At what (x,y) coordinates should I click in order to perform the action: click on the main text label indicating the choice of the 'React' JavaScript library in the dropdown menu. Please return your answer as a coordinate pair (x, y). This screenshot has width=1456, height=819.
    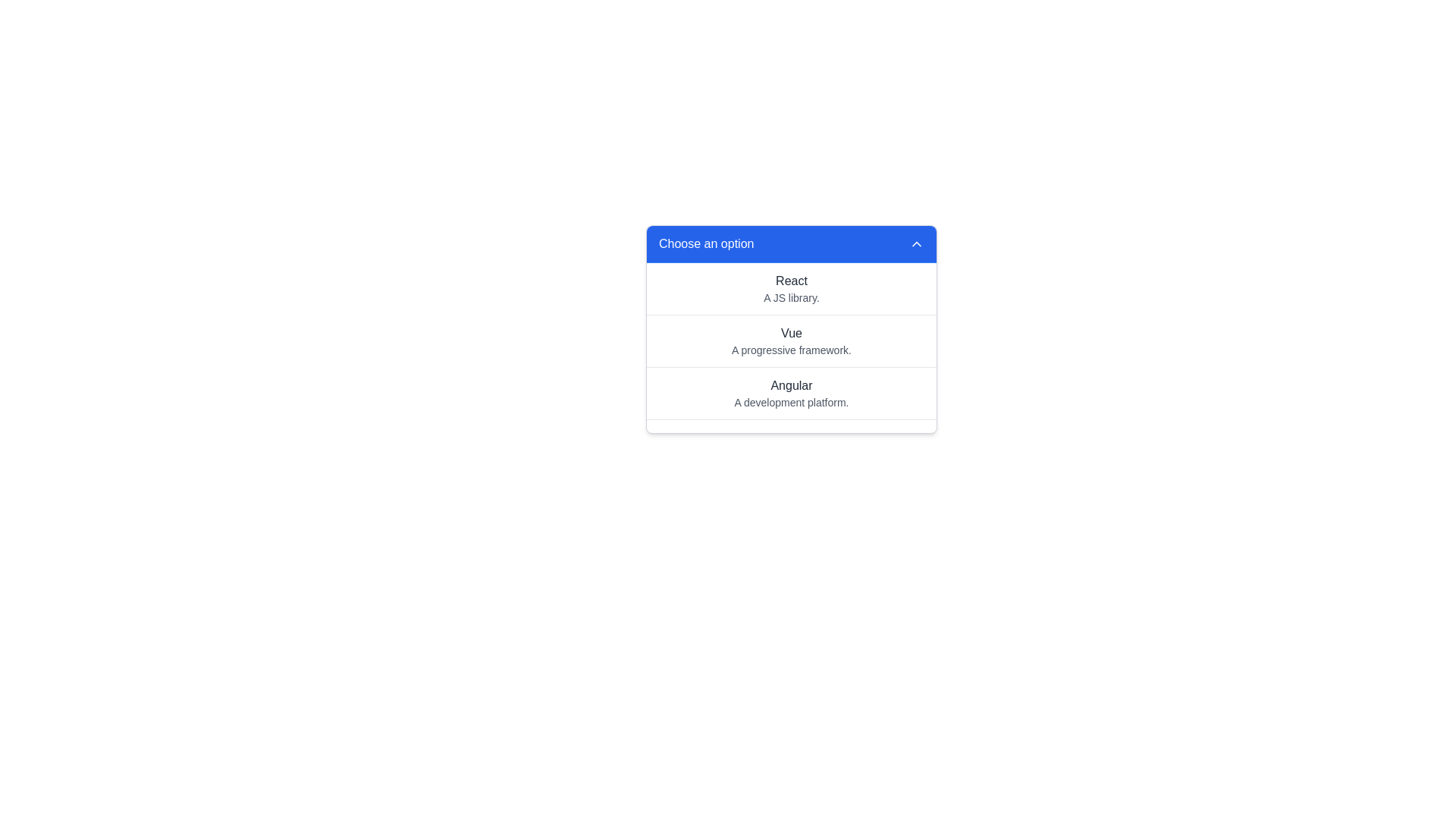
    Looking at the image, I should click on (790, 281).